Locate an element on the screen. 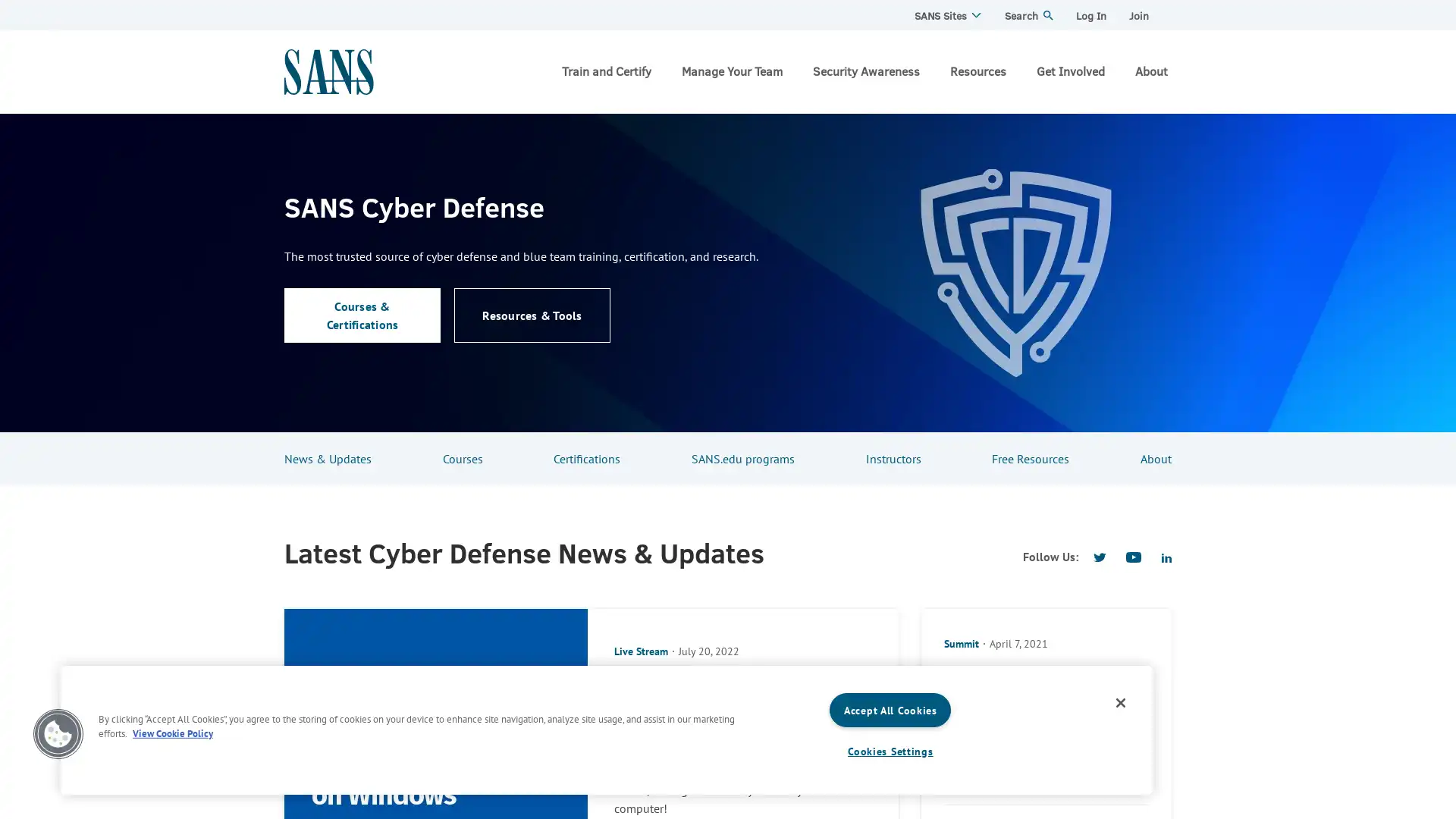 The height and width of the screenshot is (819, 1456). Close is located at coordinates (1121, 702).